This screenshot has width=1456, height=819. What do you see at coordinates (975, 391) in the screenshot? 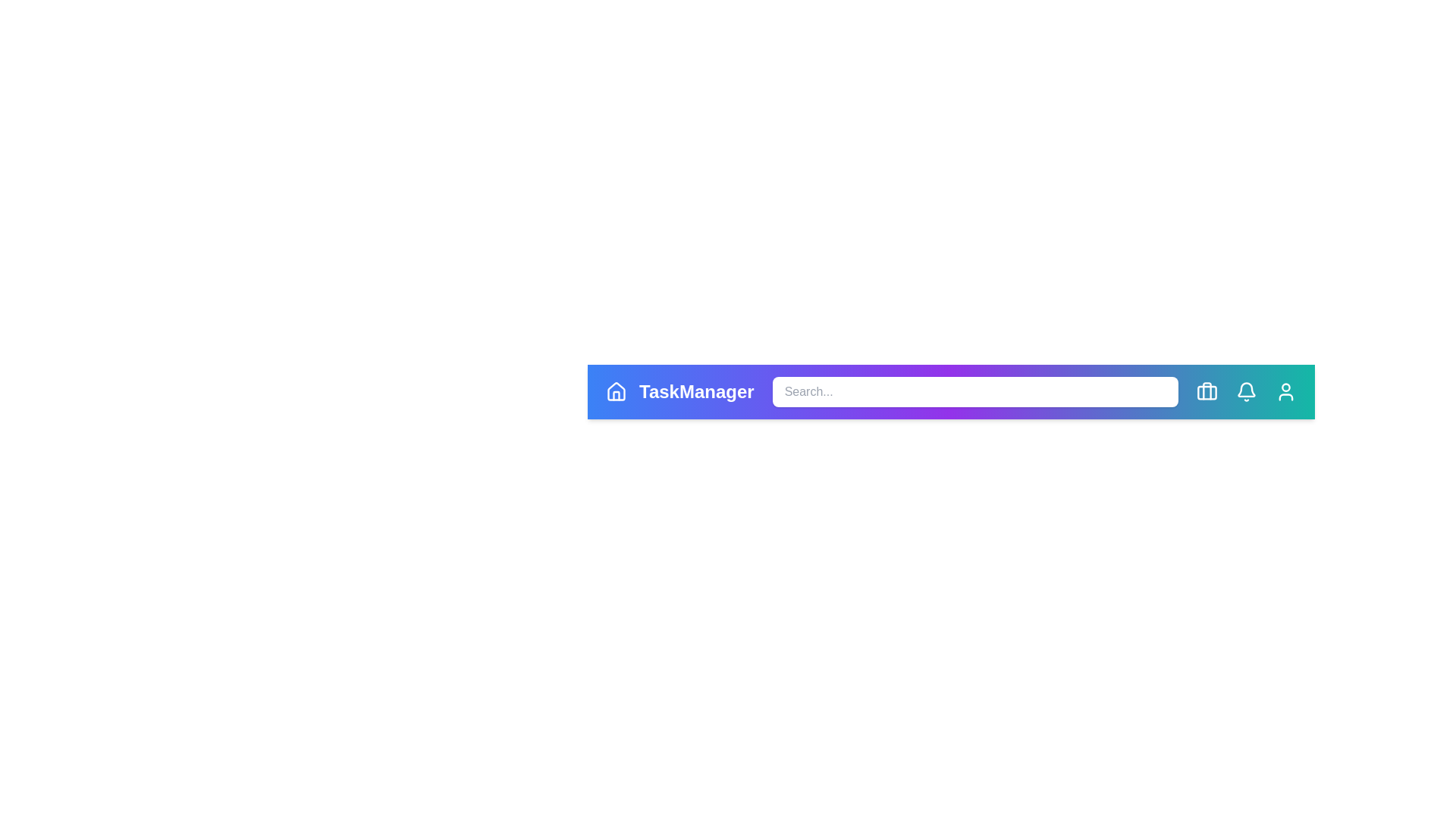
I see `the search bar and type the search query` at bounding box center [975, 391].